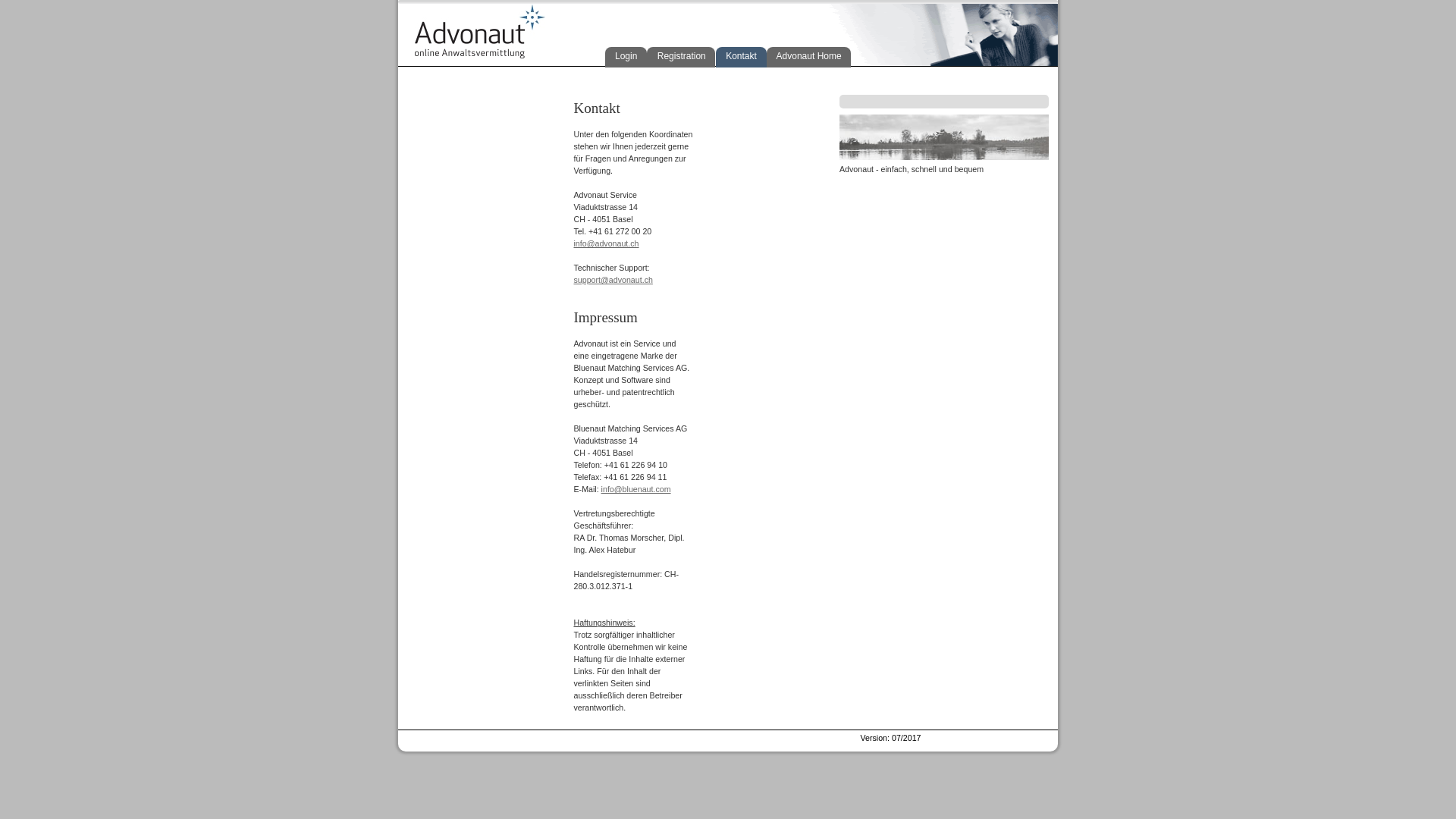  Describe the element at coordinates (626, 56) in the screenshot. I see `'    Login  '` at that location.